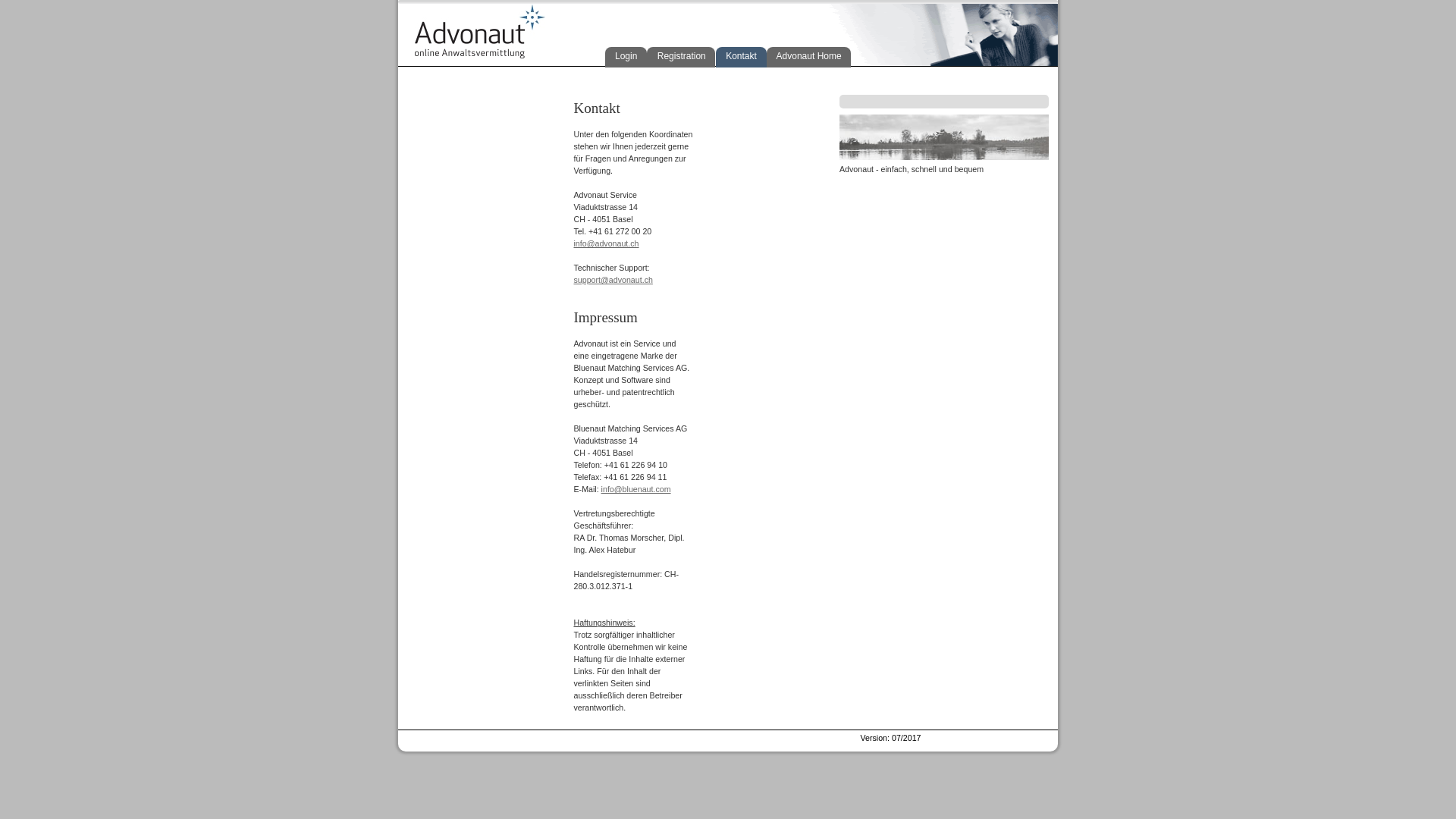  Describe the element at coordinates (626, 56) in the screenshot. I see `'    Login  '` at that location.